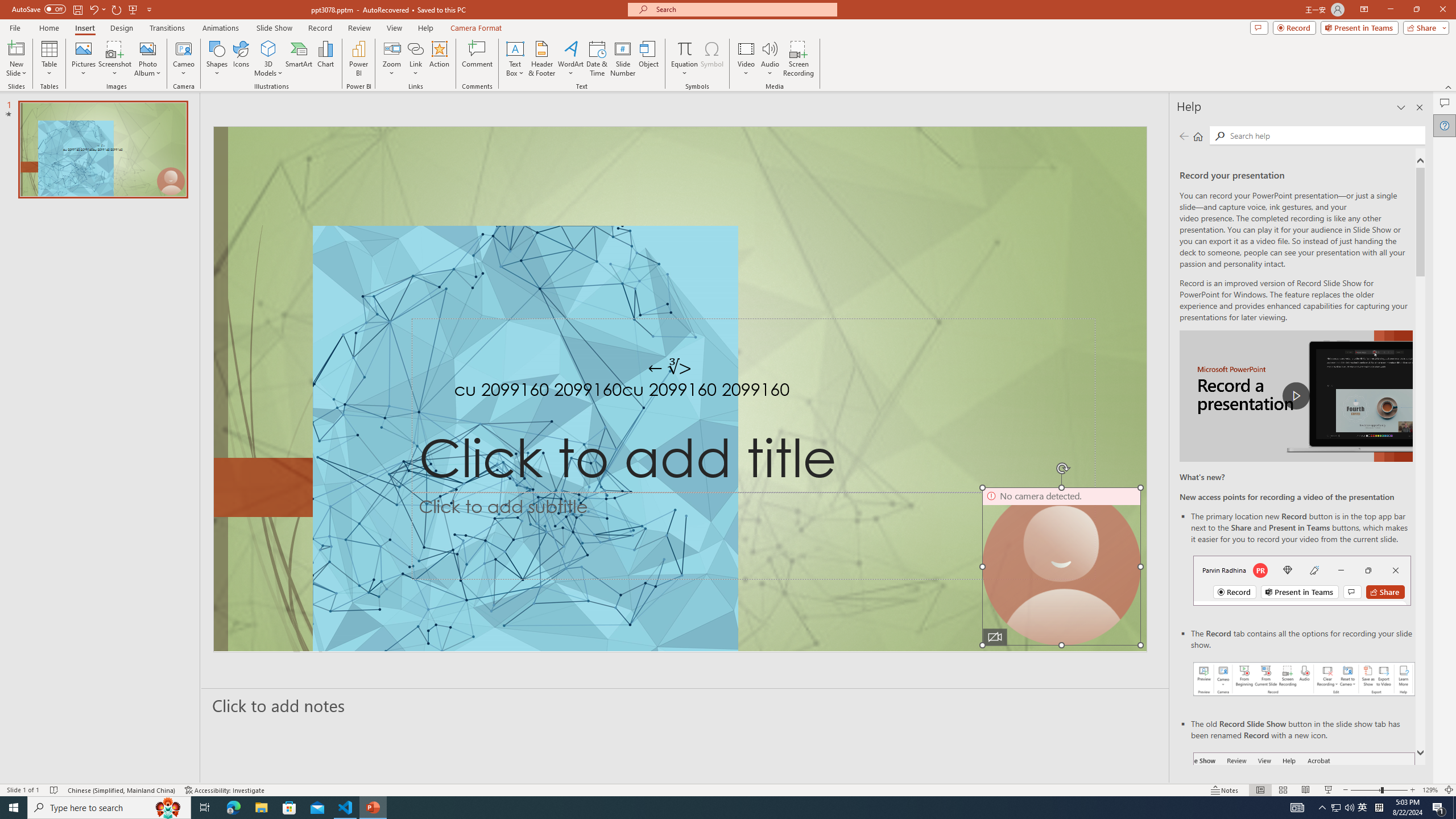  Describe the element at coordinates (670, 367) in the screenshot. I see `'TextBox 7'` at that location.